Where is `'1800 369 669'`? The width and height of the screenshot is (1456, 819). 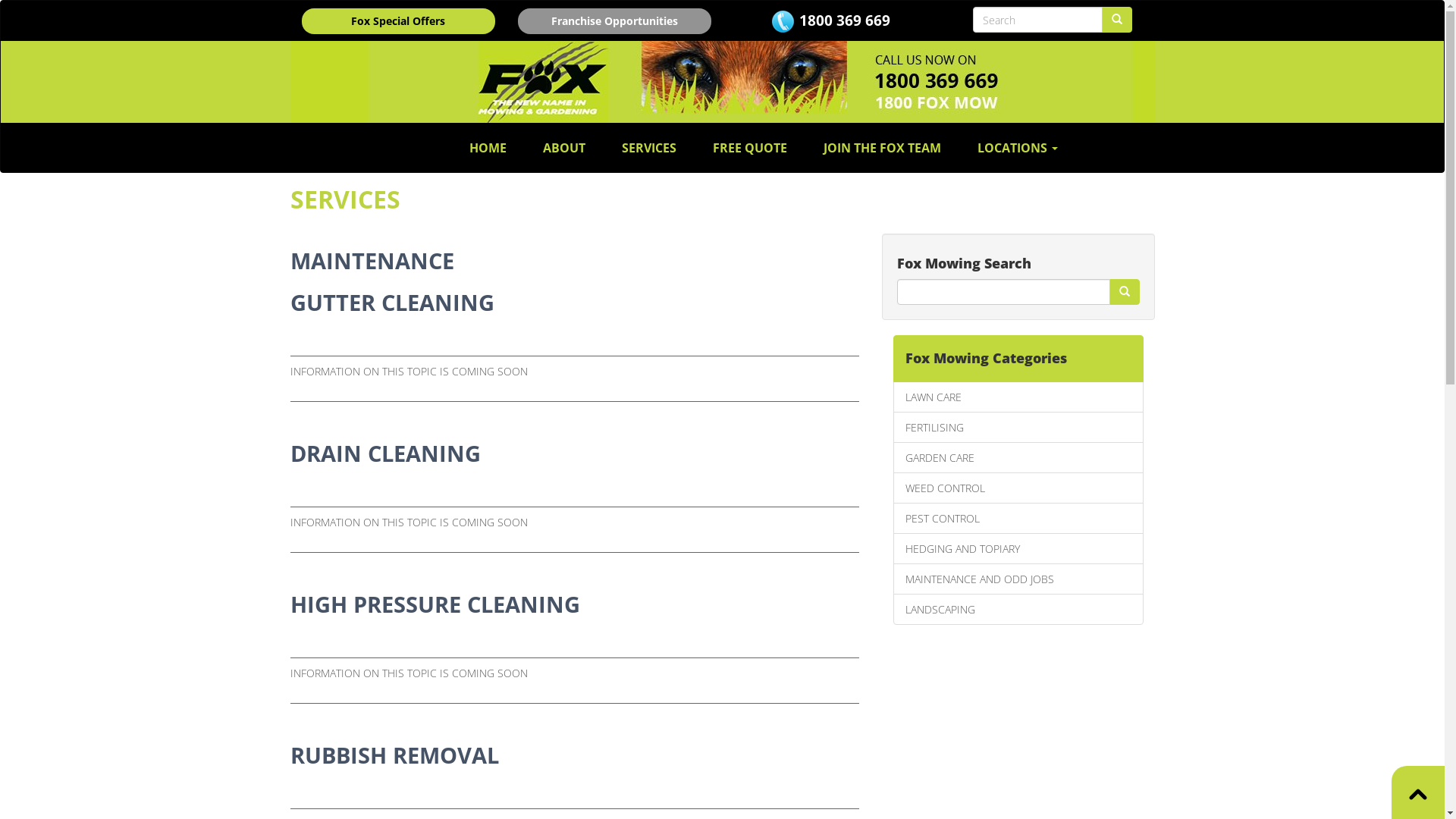 '1800 369 669' is located at coordinates (843, 20).